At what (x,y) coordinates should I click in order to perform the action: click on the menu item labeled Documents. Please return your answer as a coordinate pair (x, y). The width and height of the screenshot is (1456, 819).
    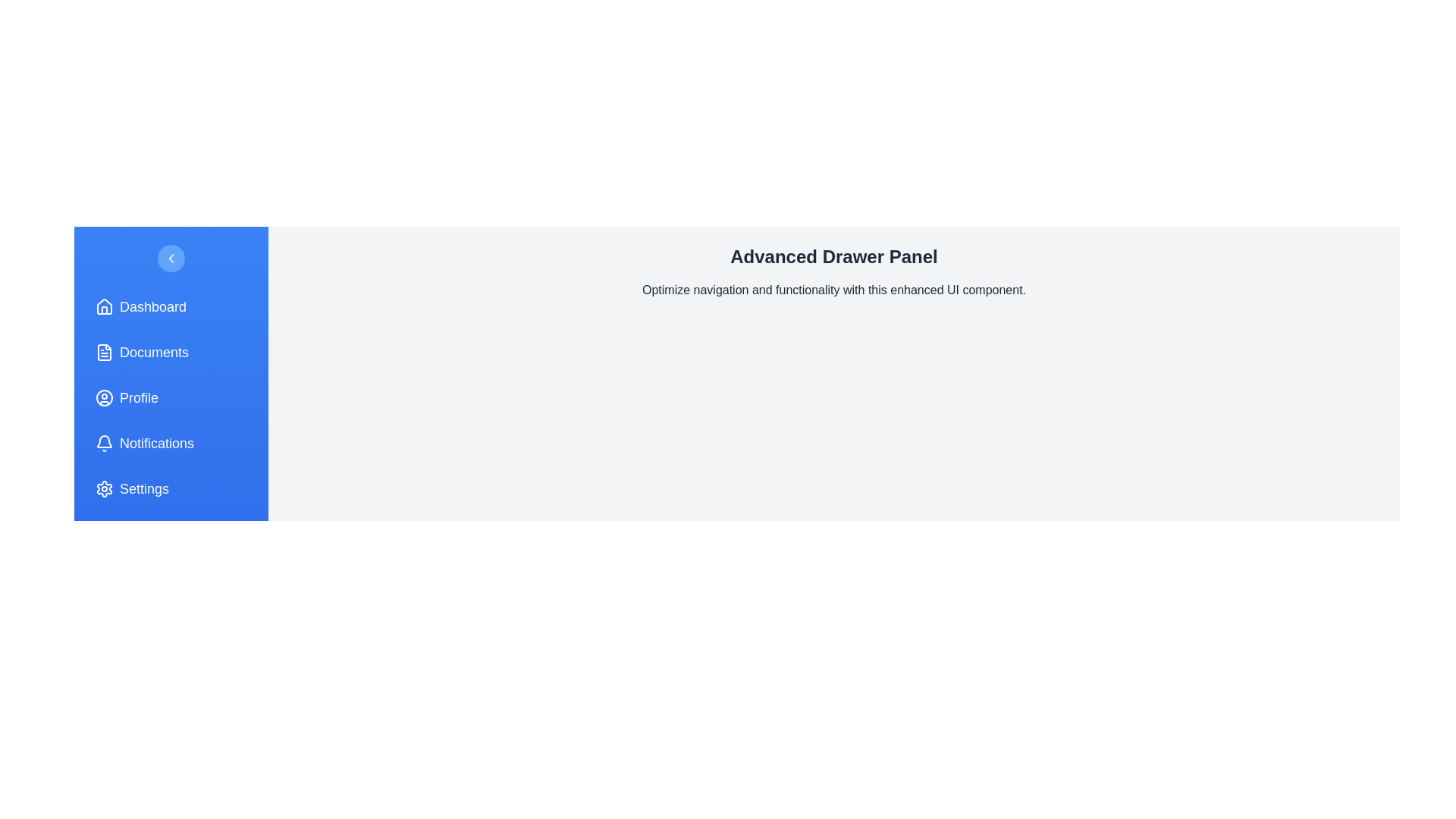
    Looking at the image, I should click on (171, 353).